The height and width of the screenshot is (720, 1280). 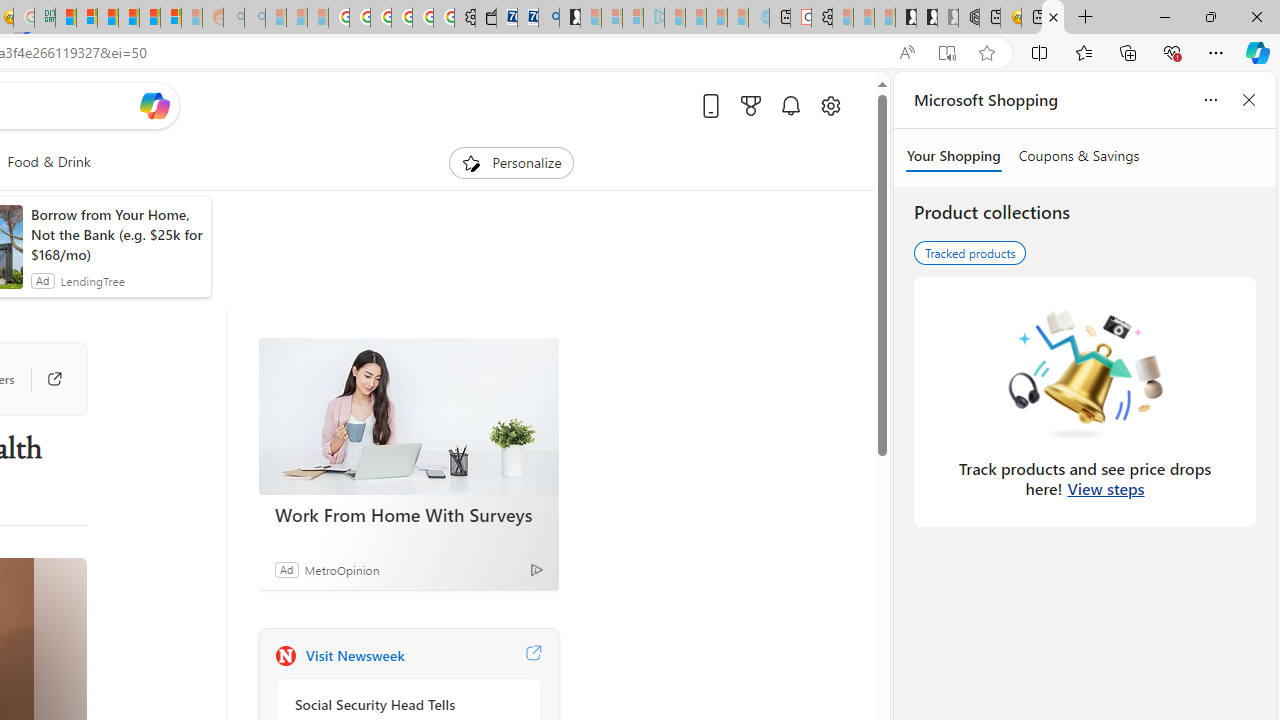 I want to click on 'Microsoft rewards', so click(x=749, y=105).